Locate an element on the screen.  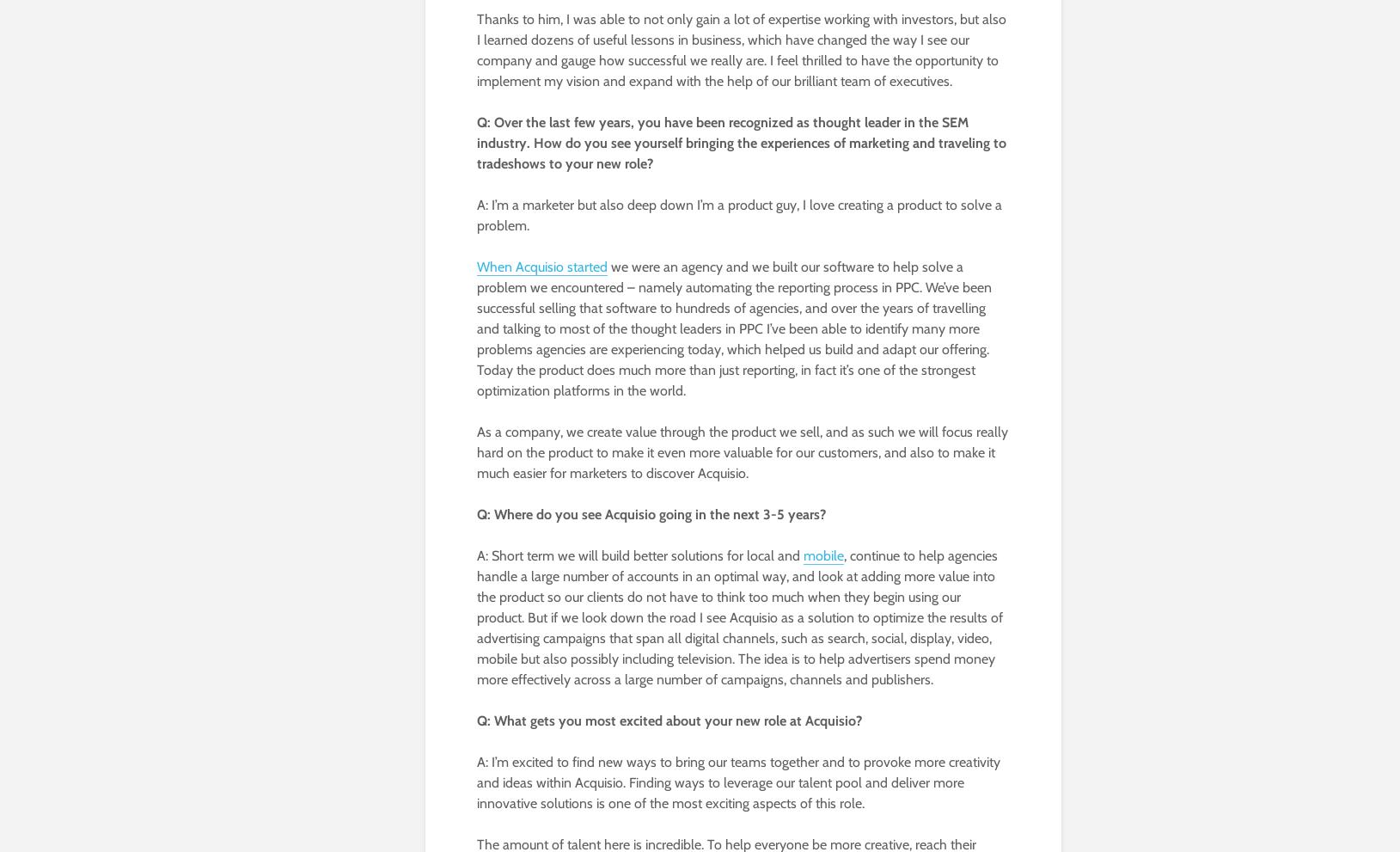
'A: I’m a marketer but also deep down I’m a product guy, I love creating a product to solve a problem.' is located at coordinates (738, 215).